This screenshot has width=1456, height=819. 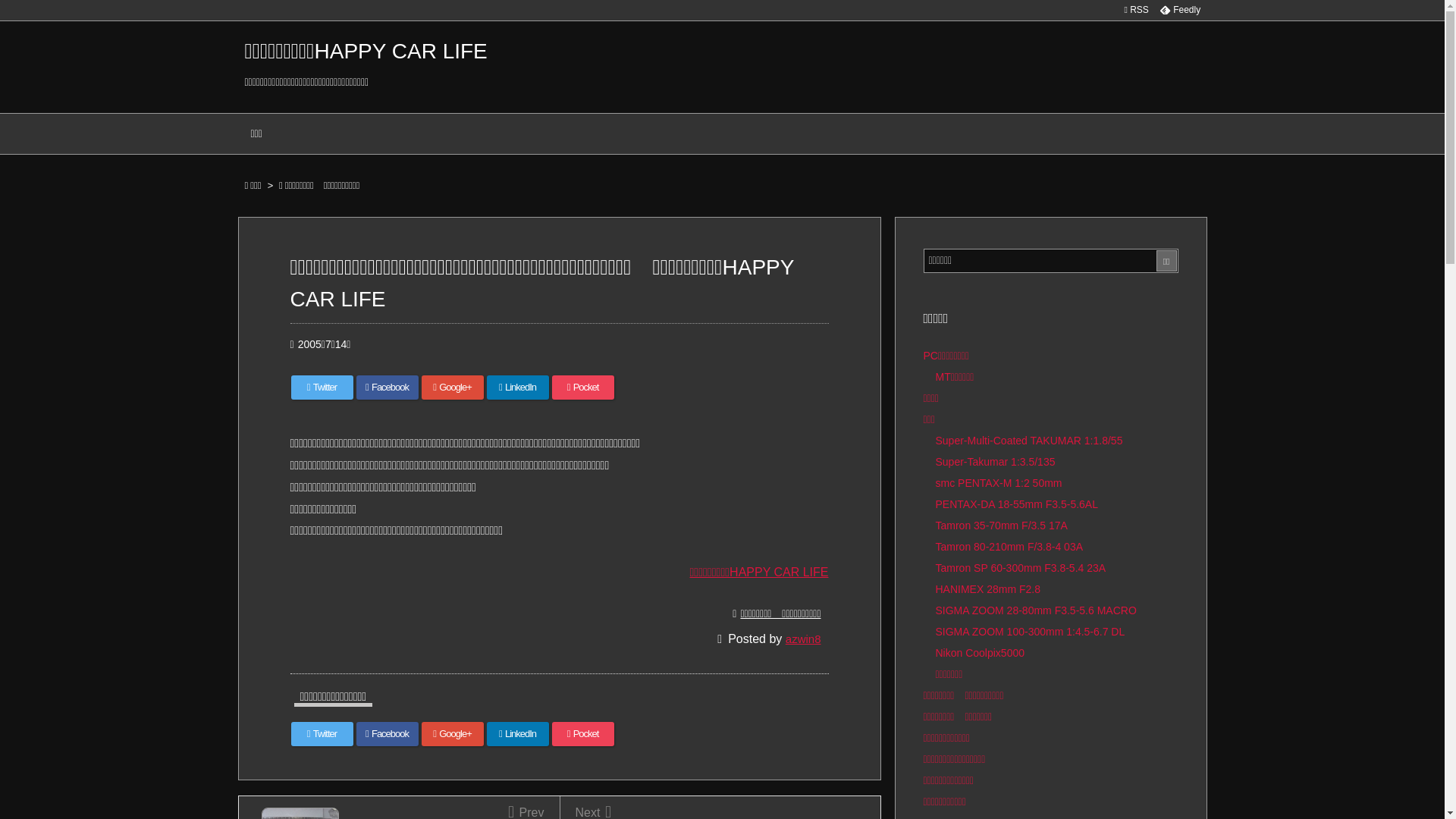 What do you see at coordinates (1136, 9) in the screenshot?
I see `'  RSS '` at bounding box center [1136, 9].